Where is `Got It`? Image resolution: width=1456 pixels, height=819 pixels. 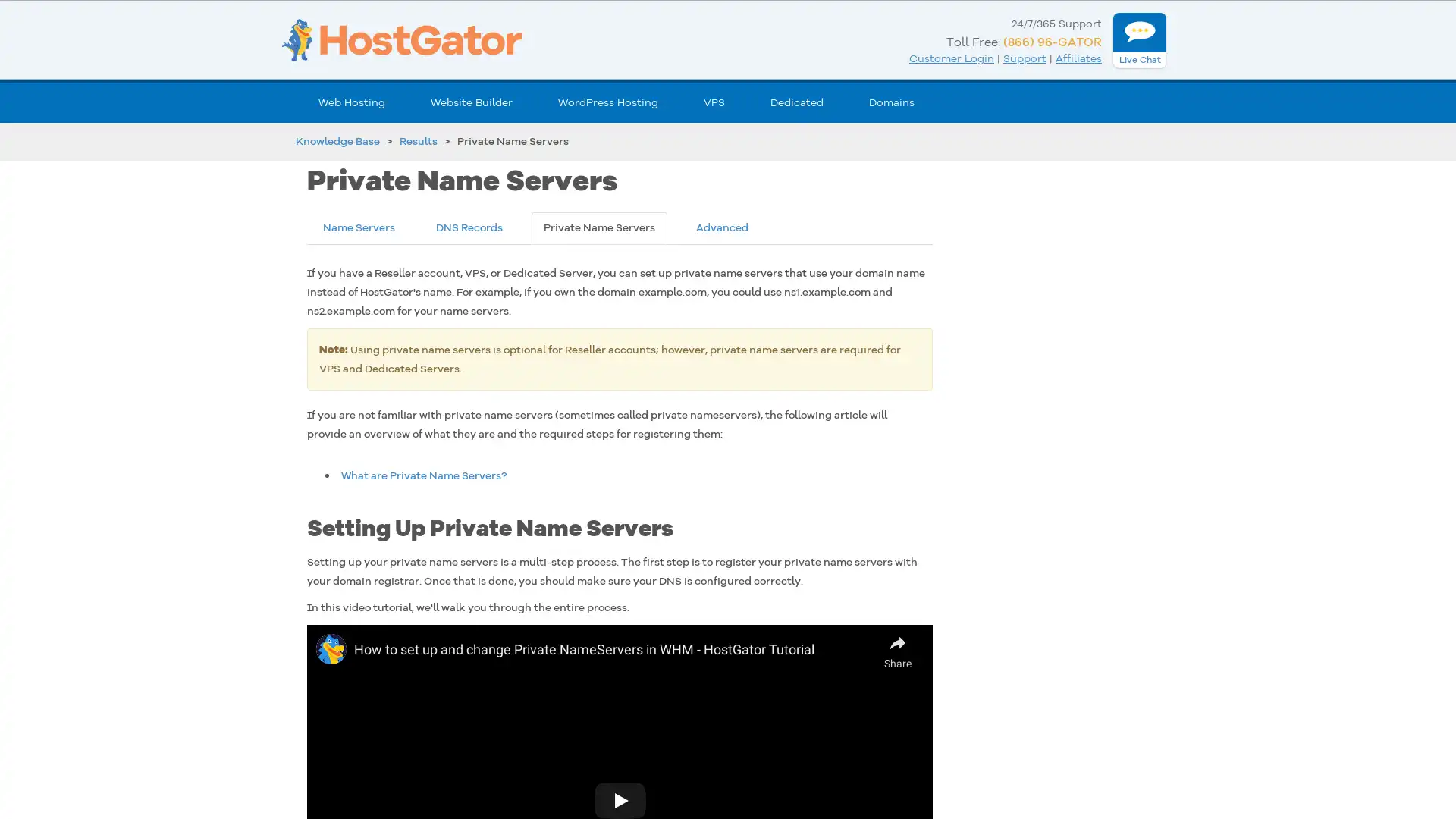
Got It is located at coordinates (154, 724).